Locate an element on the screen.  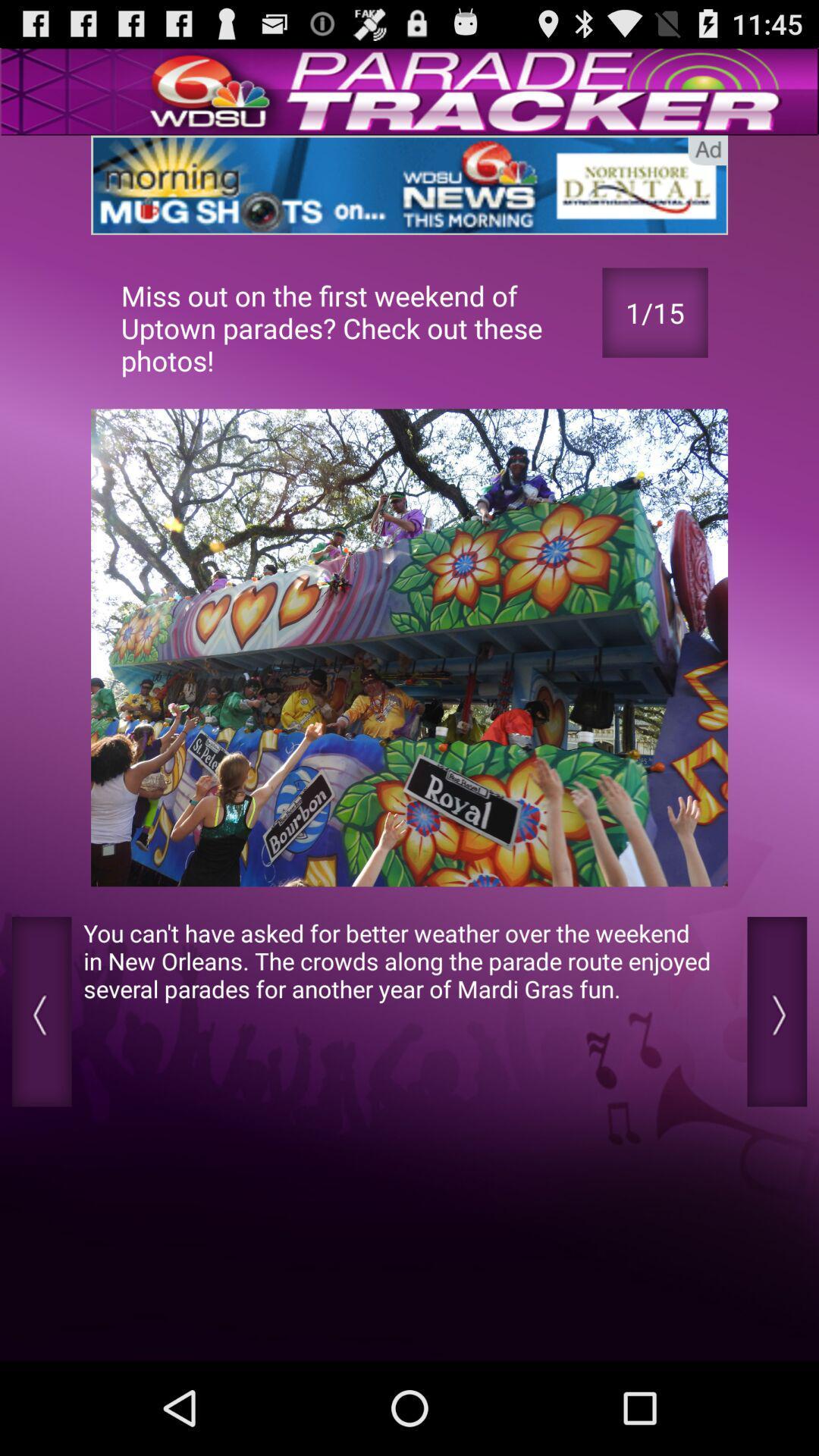
go back is located at coordinates (41, 1012).